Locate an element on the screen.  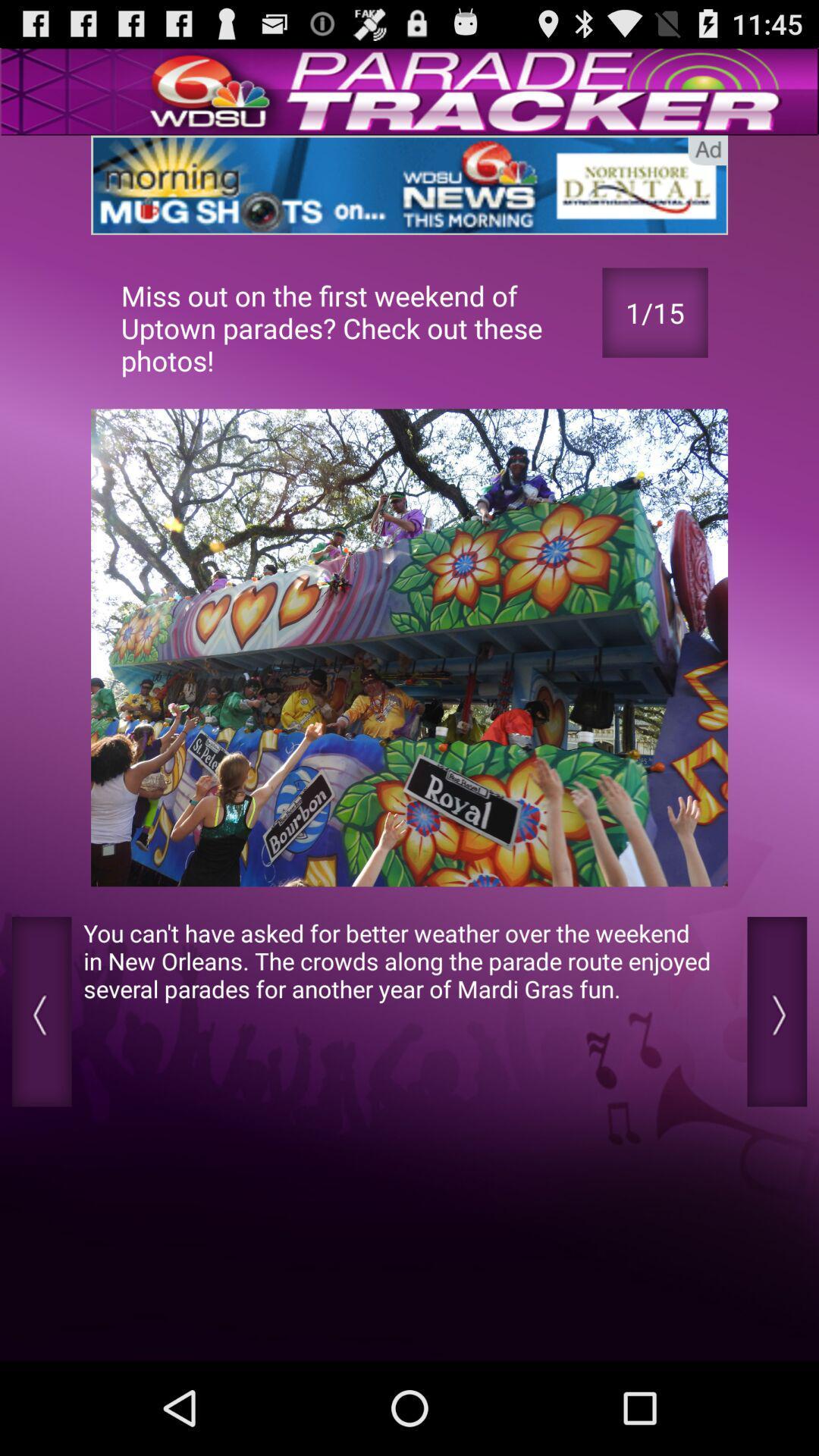
go back is located at coordinates (41, 1012).